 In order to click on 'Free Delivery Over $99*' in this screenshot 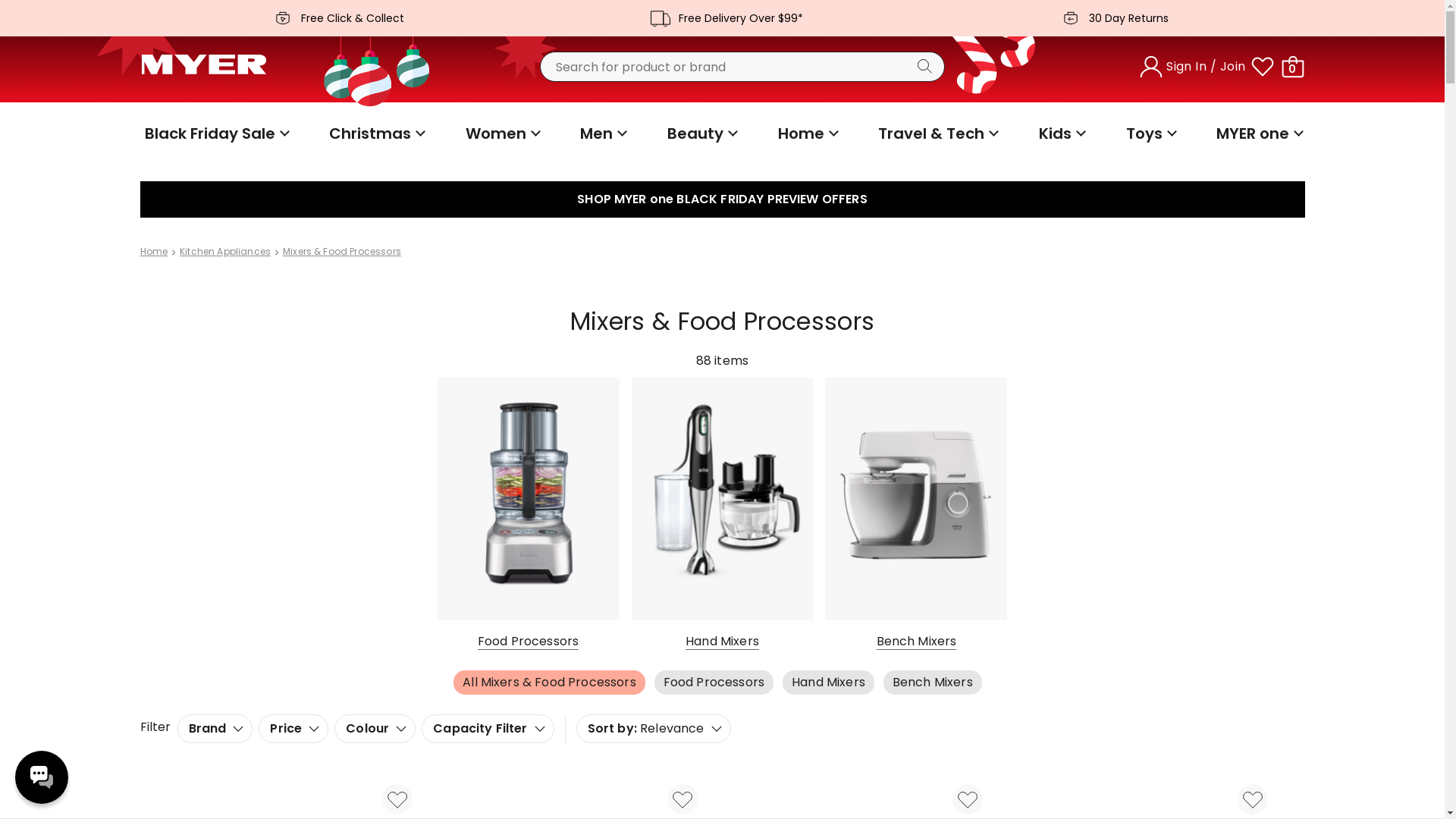, I will do `click(720, 17)`.